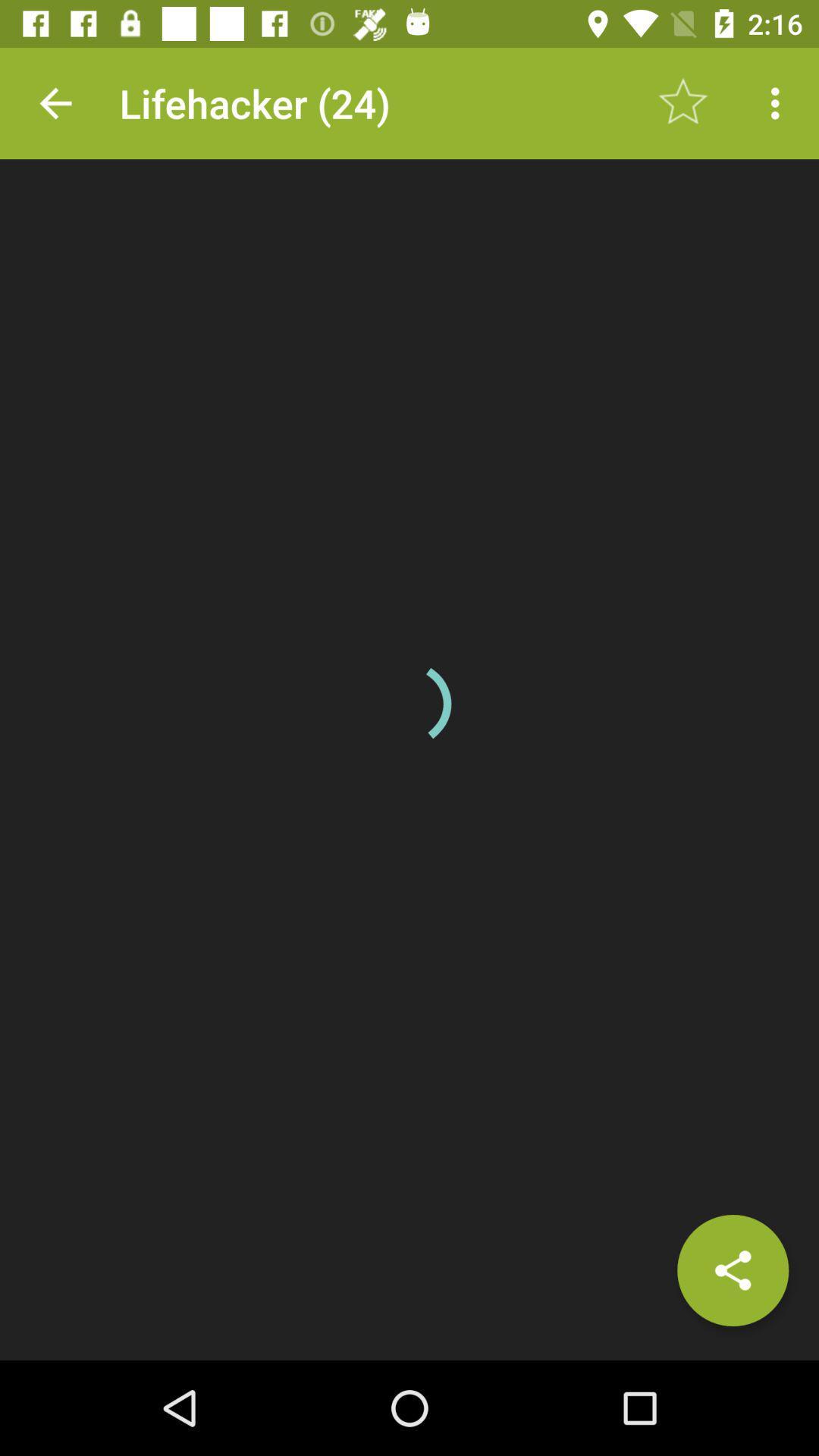 The width and height of the screenshot is (819, 1456). Describe the element at coordinates (732, 1270) in the screenshot. I see `clickable share button` at that location.